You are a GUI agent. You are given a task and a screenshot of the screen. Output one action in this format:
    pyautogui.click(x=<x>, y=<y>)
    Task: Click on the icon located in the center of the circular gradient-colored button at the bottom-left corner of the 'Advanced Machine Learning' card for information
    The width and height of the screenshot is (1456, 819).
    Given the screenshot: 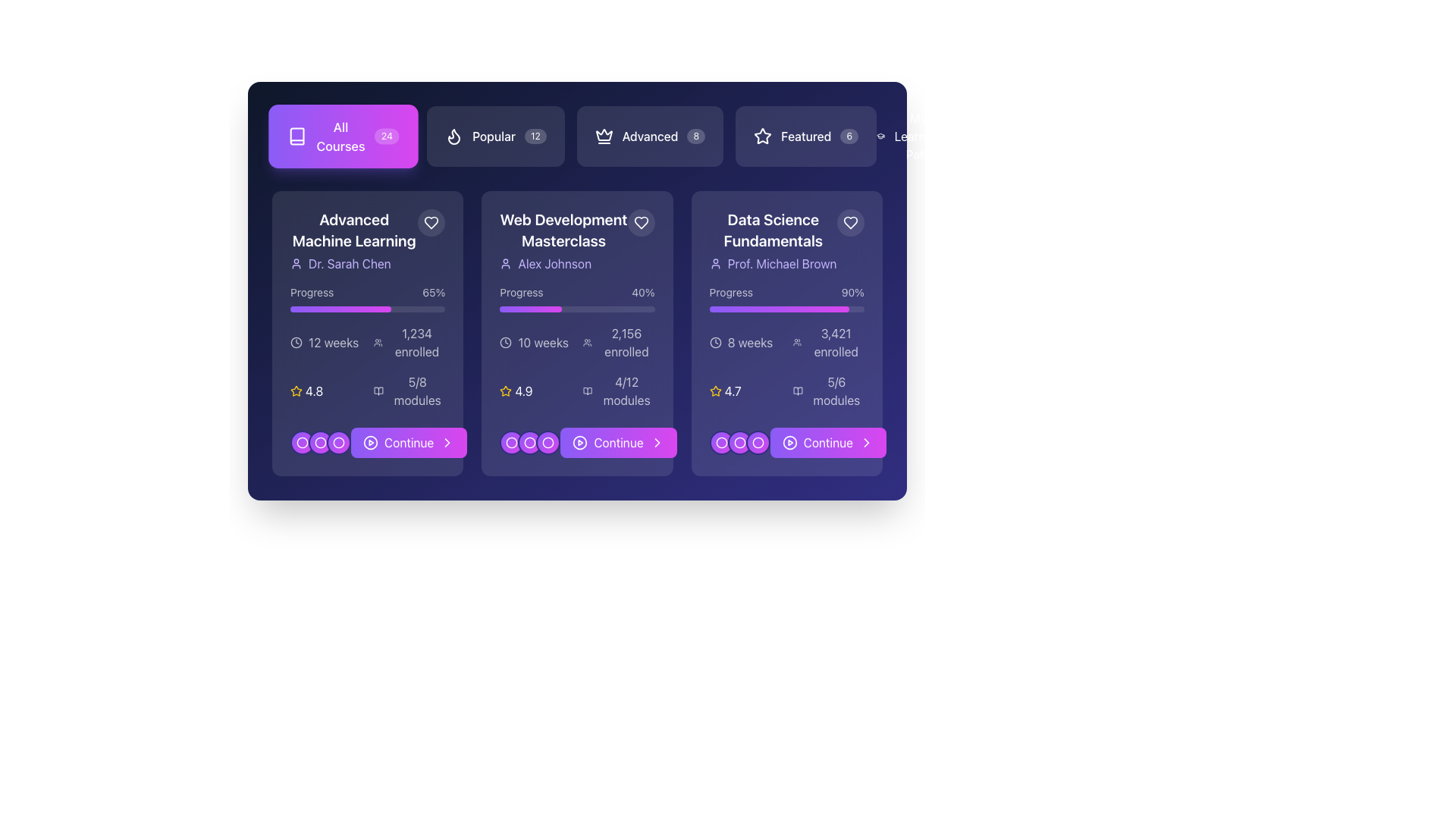 What is the action you would take?
    pyautogui.click(x=319, y=442)
    